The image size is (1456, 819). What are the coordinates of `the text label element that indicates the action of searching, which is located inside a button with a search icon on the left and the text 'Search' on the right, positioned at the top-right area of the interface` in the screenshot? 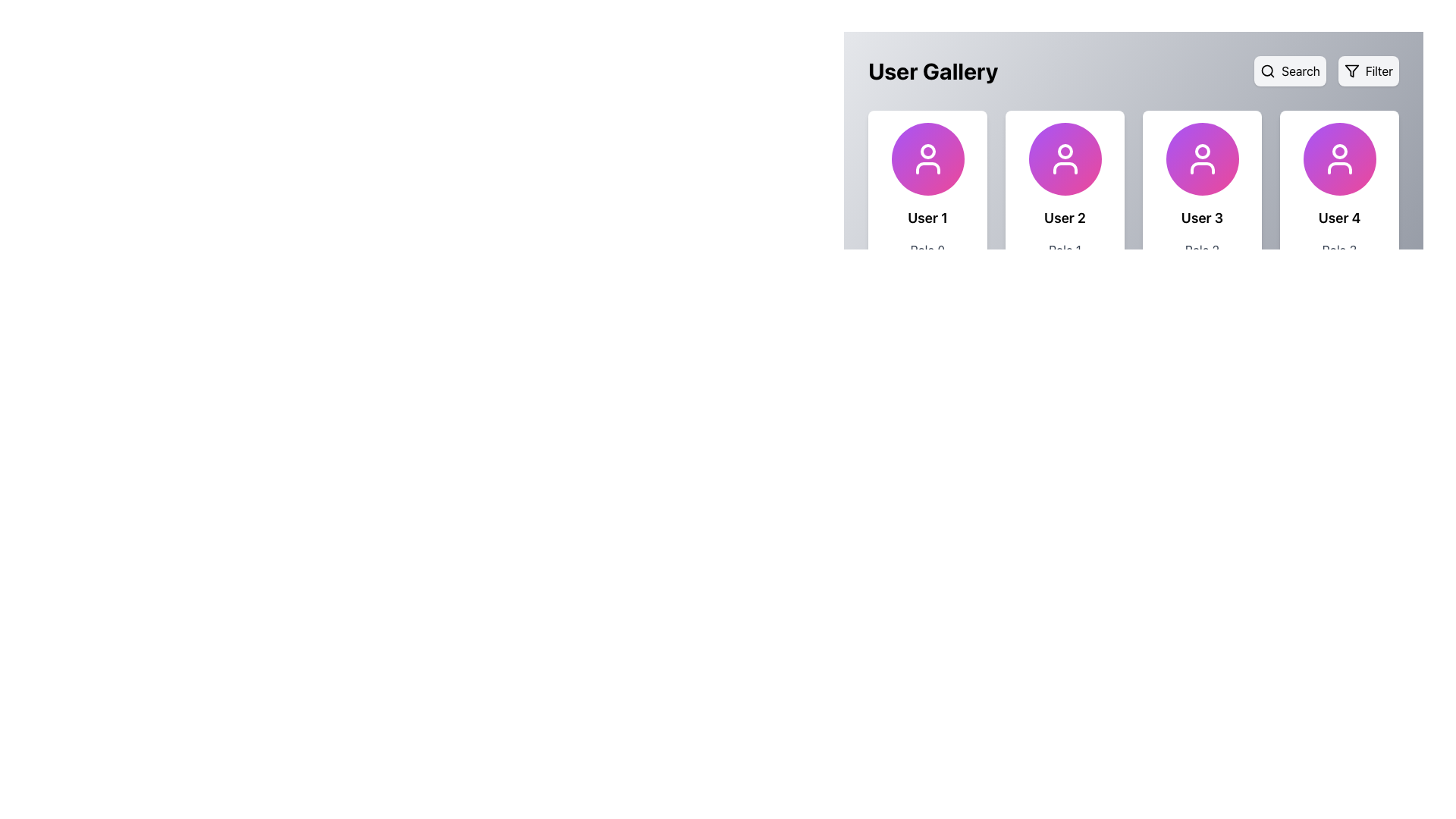 It's located at (1300, 71).